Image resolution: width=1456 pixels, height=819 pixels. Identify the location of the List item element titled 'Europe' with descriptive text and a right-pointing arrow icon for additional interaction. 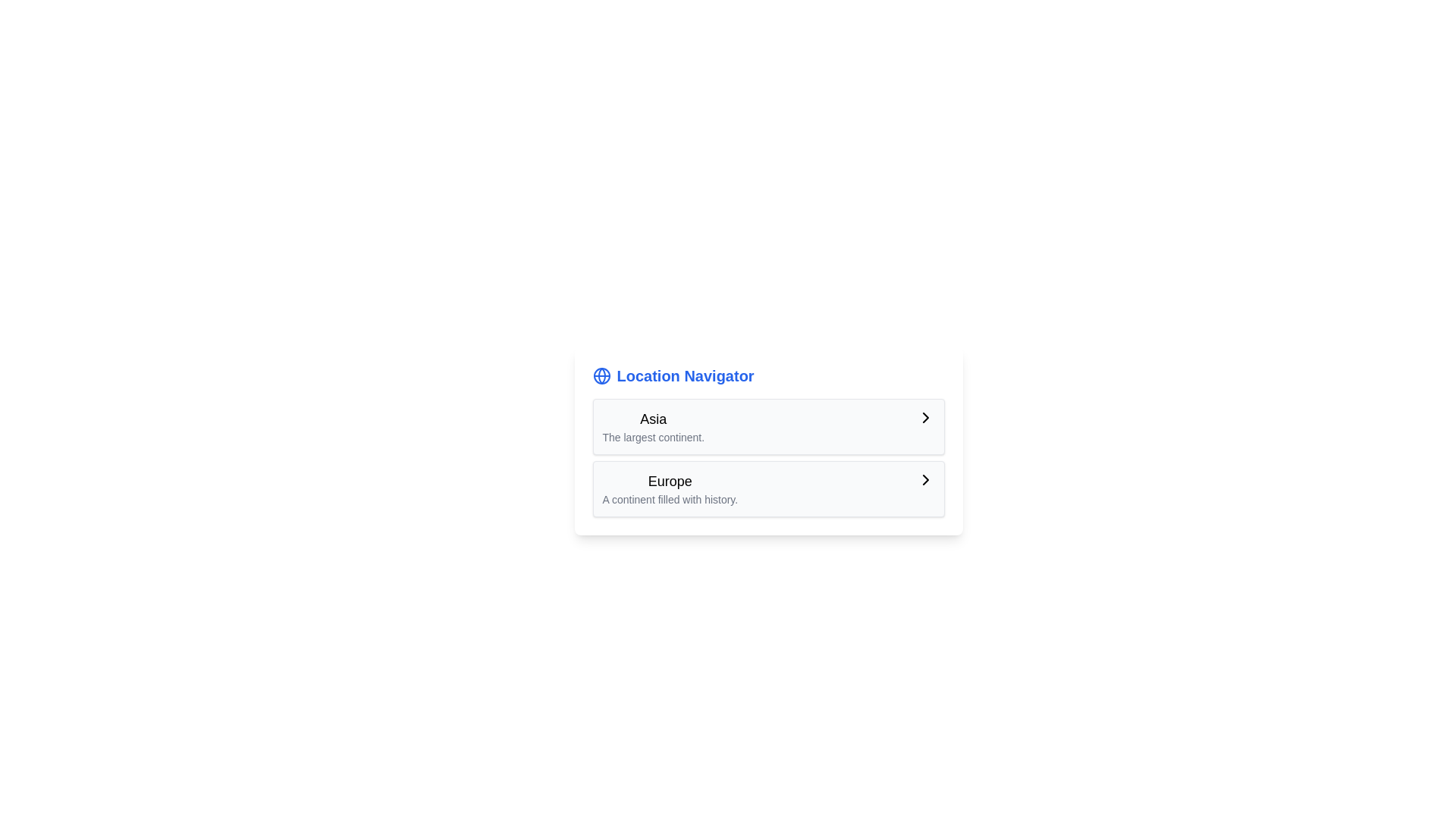
(768, 488).